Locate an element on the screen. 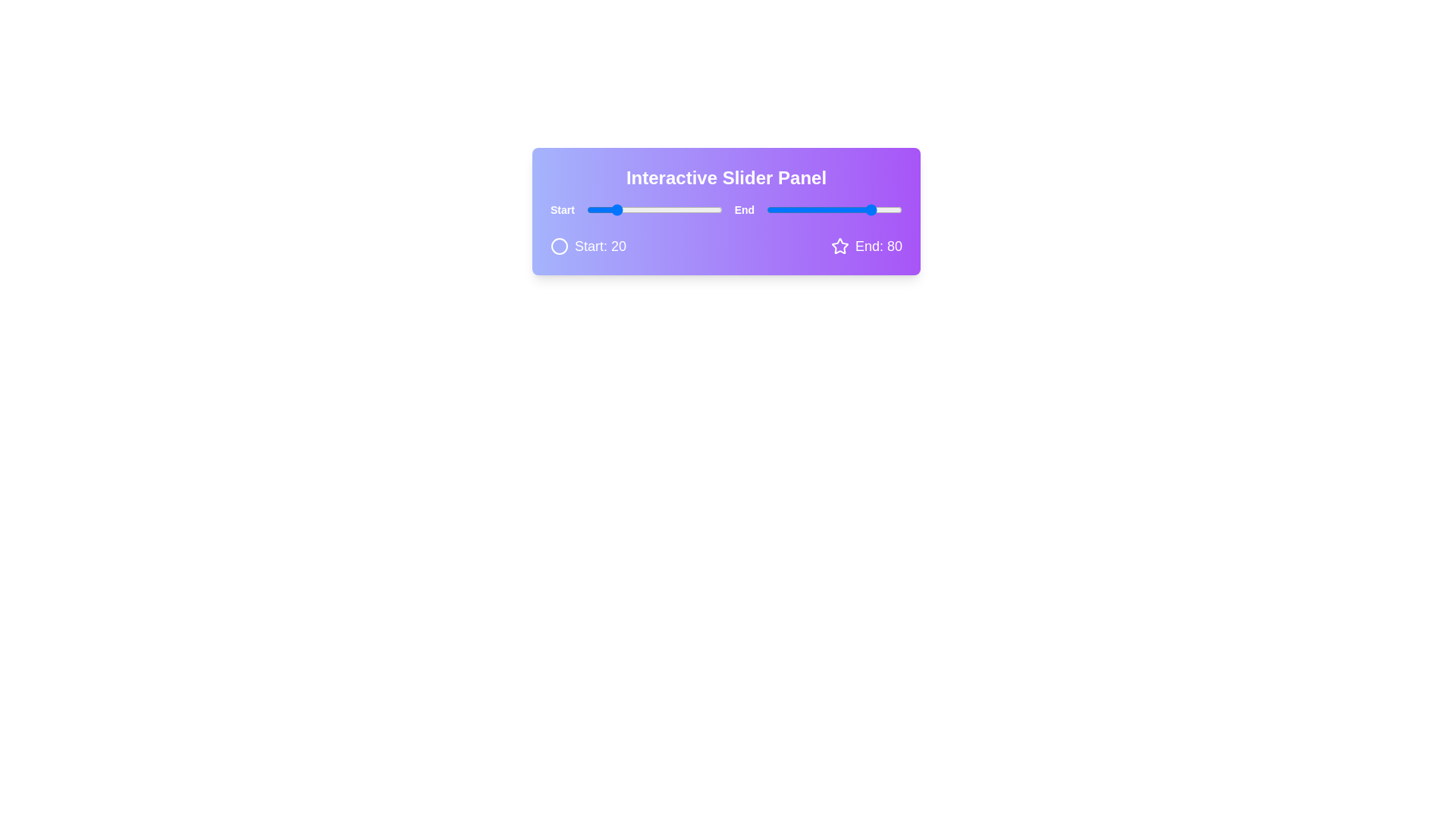 The height and width of the screenshot is (819, 1456). the slider is located at coordinates (805, 210).